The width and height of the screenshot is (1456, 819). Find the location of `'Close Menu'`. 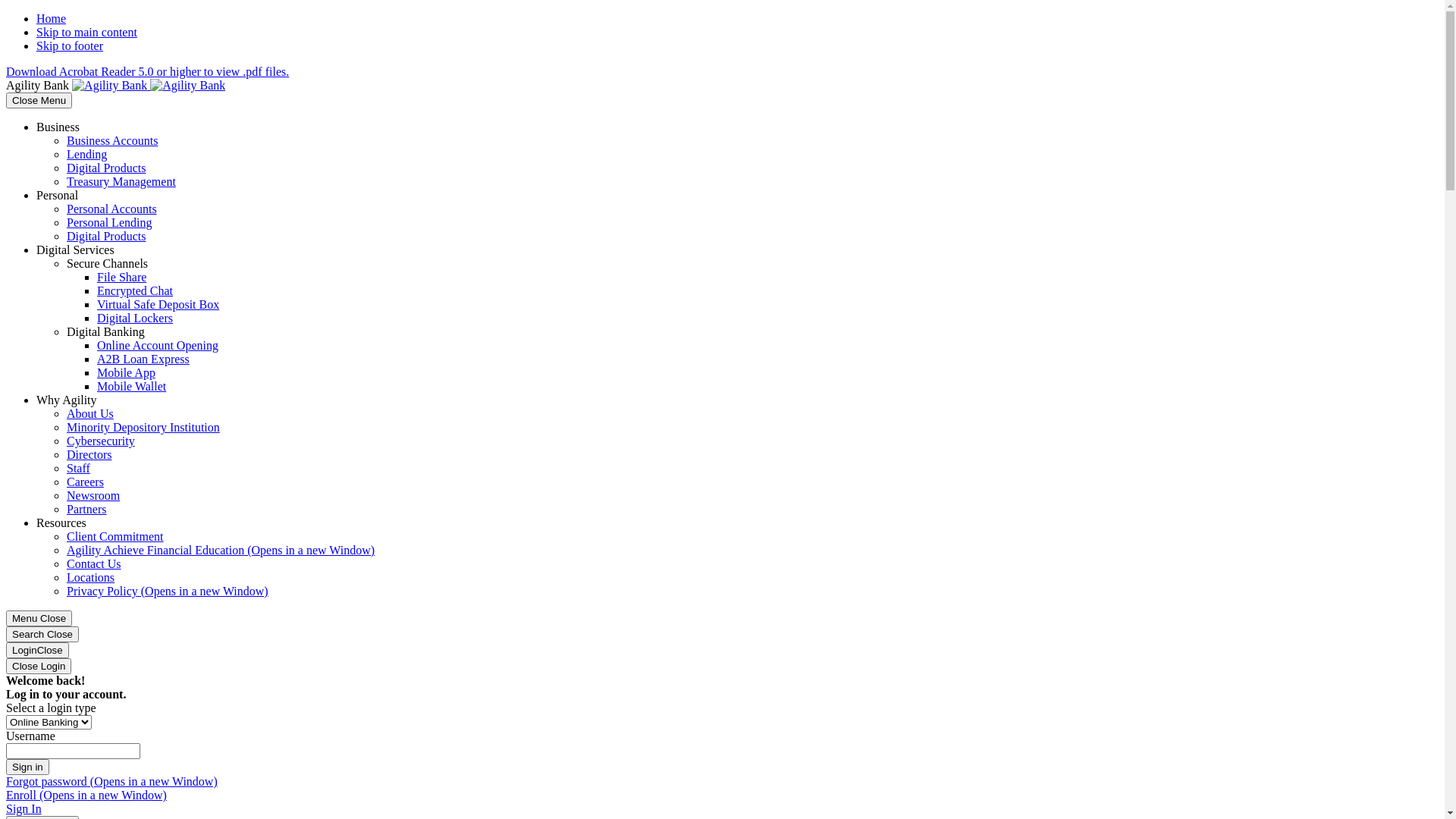

'Close Menu' is located at coordinates (39, 100).